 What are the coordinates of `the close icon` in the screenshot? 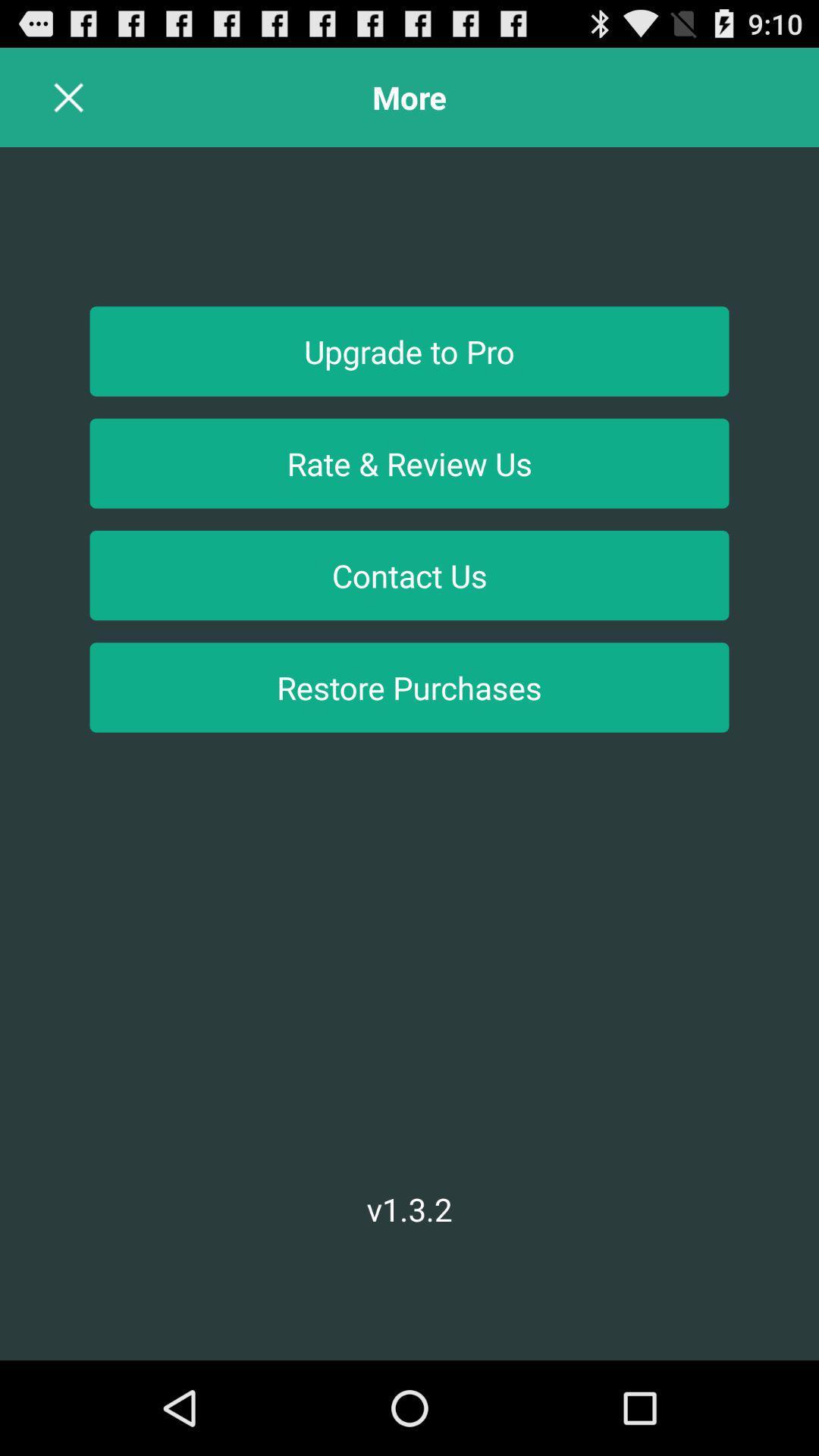 It's located at (69, 103).